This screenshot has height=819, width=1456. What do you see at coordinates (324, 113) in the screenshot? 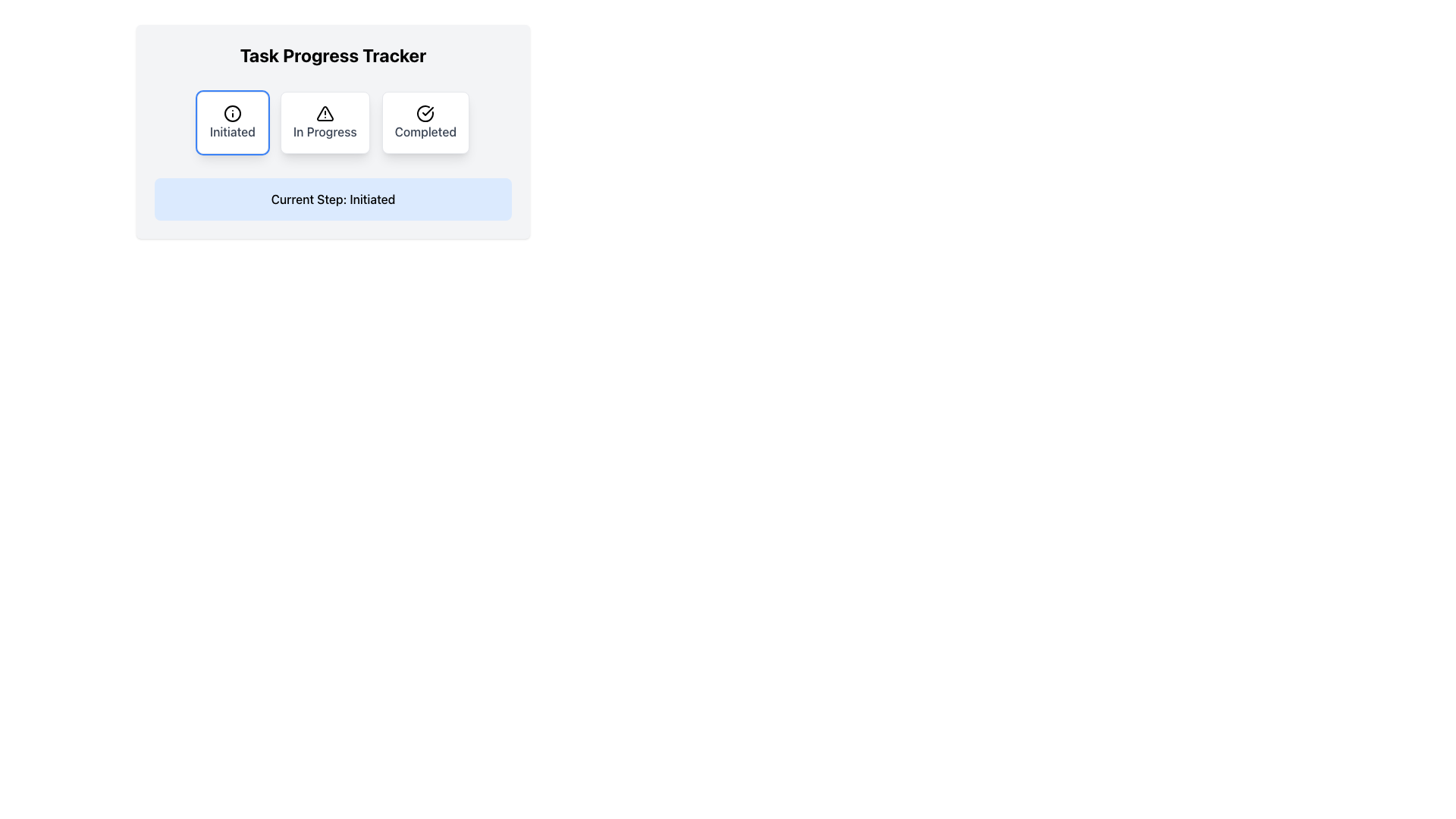
I see `the prominent triangular alert icon located in the 'In Progress' step section of the Task Progress Tracker interface to draw attention to its cautionary significance` at bounding box center [324, 113].